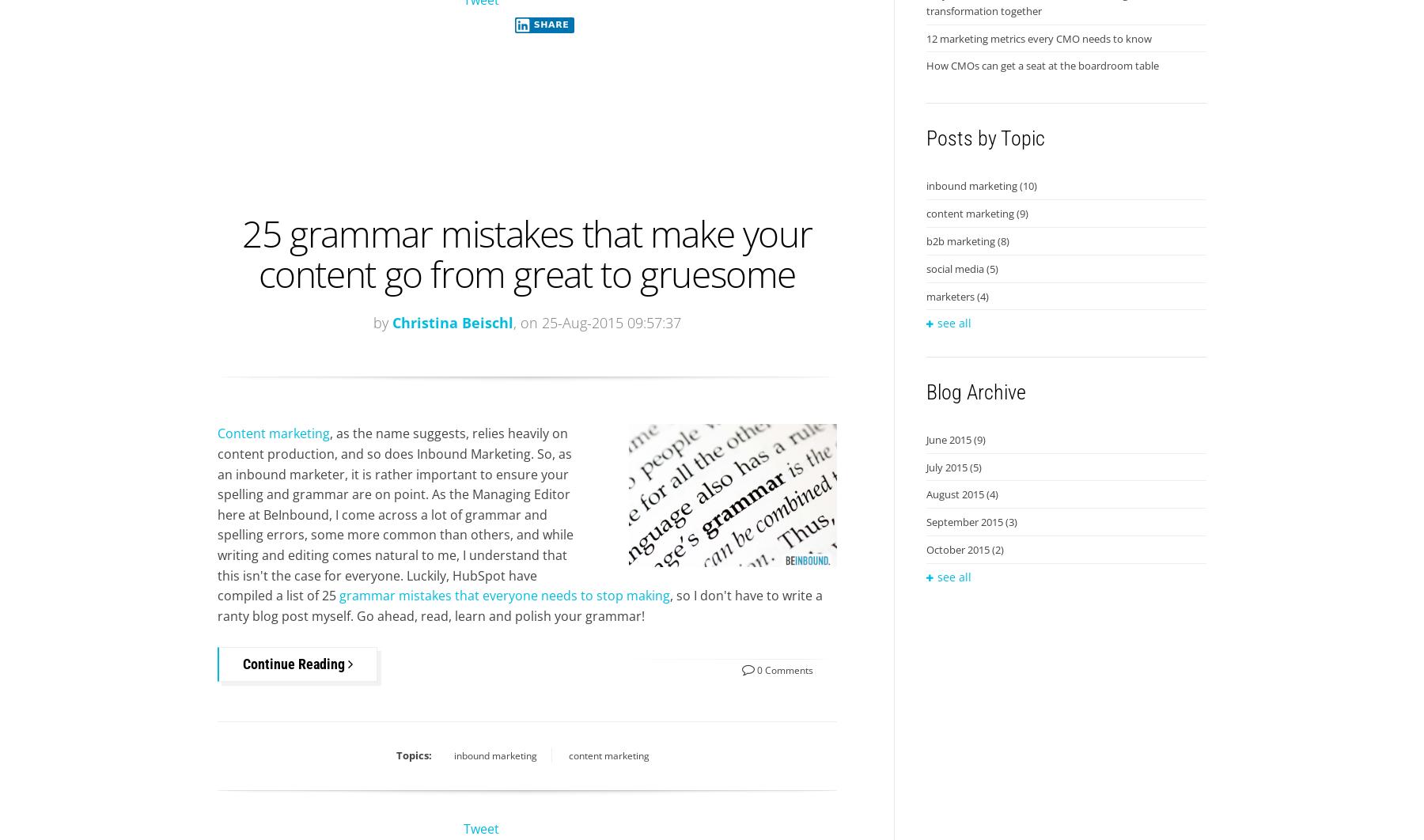 This screenshot has height=840, width=1424. I want to click on ', so I don't have to write a ranty blog post myself. Go ahead, read, learn and polish your grammar!', so click(520, 605).